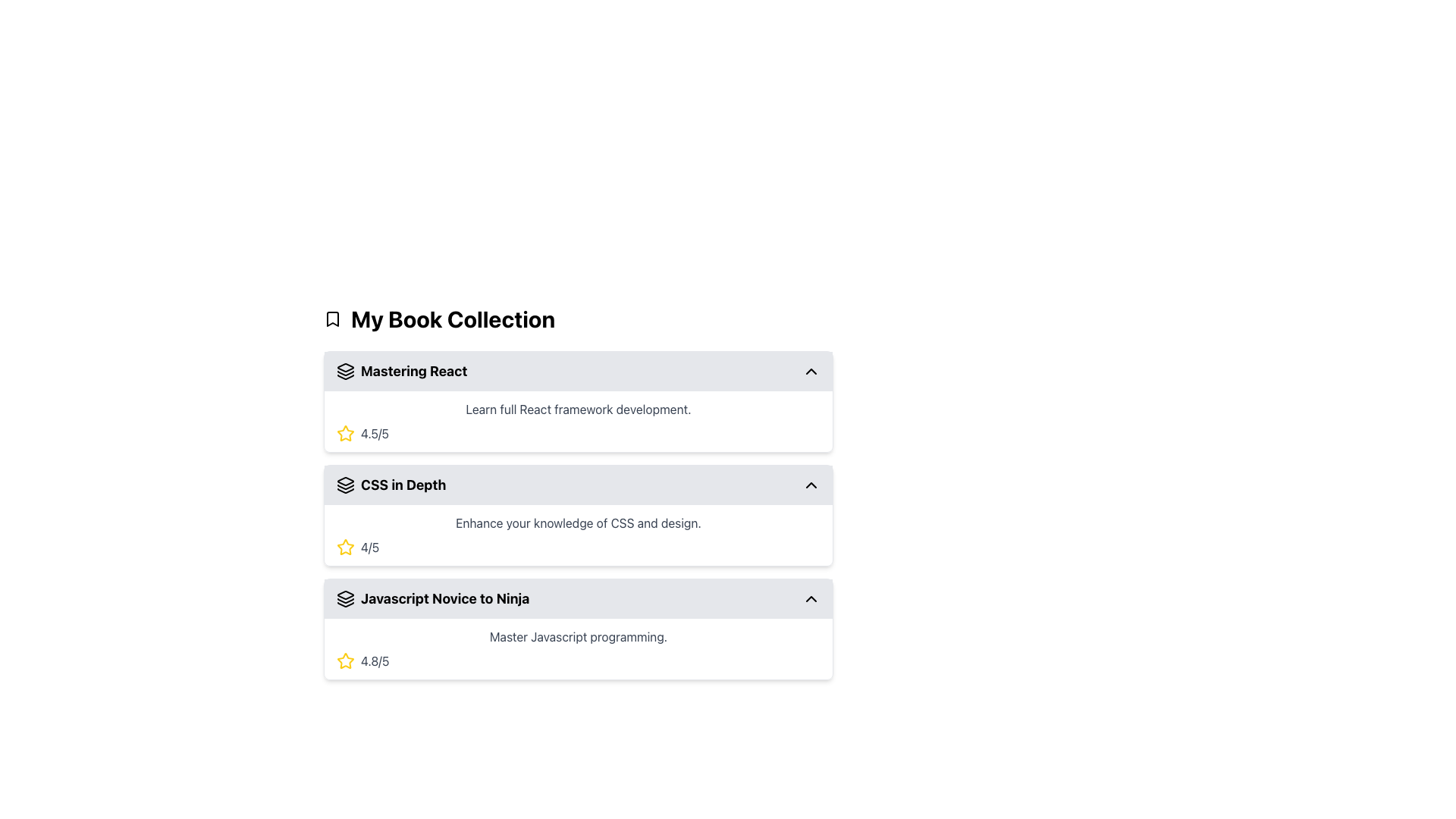  I want to click on the star icon that indicates the rating for the book 'CSS in Depth', positioned to the left of the numerical rating '4/5', so click(345, 433).